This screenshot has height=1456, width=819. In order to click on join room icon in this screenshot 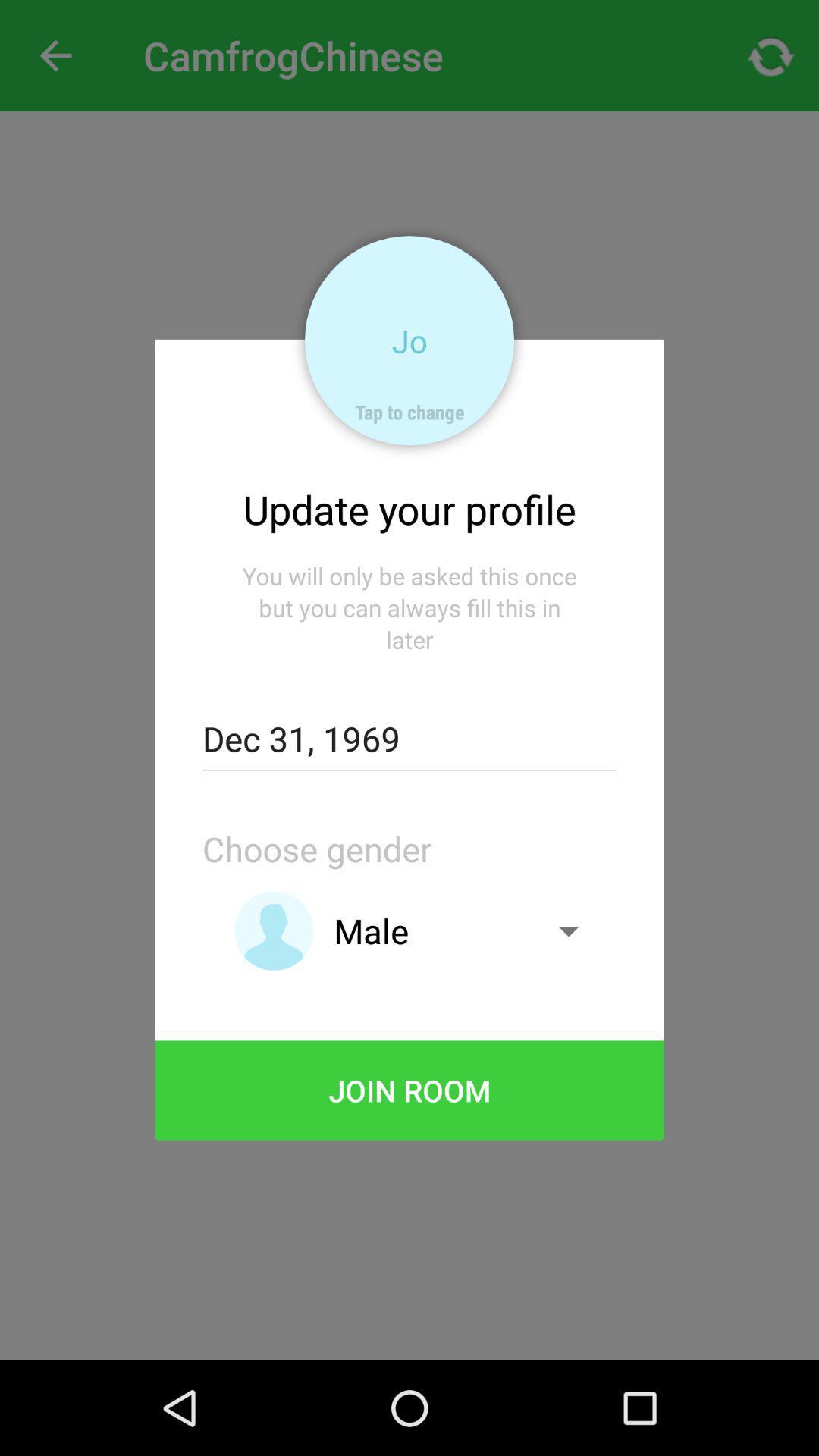, I will do `click(409, 1090)`.